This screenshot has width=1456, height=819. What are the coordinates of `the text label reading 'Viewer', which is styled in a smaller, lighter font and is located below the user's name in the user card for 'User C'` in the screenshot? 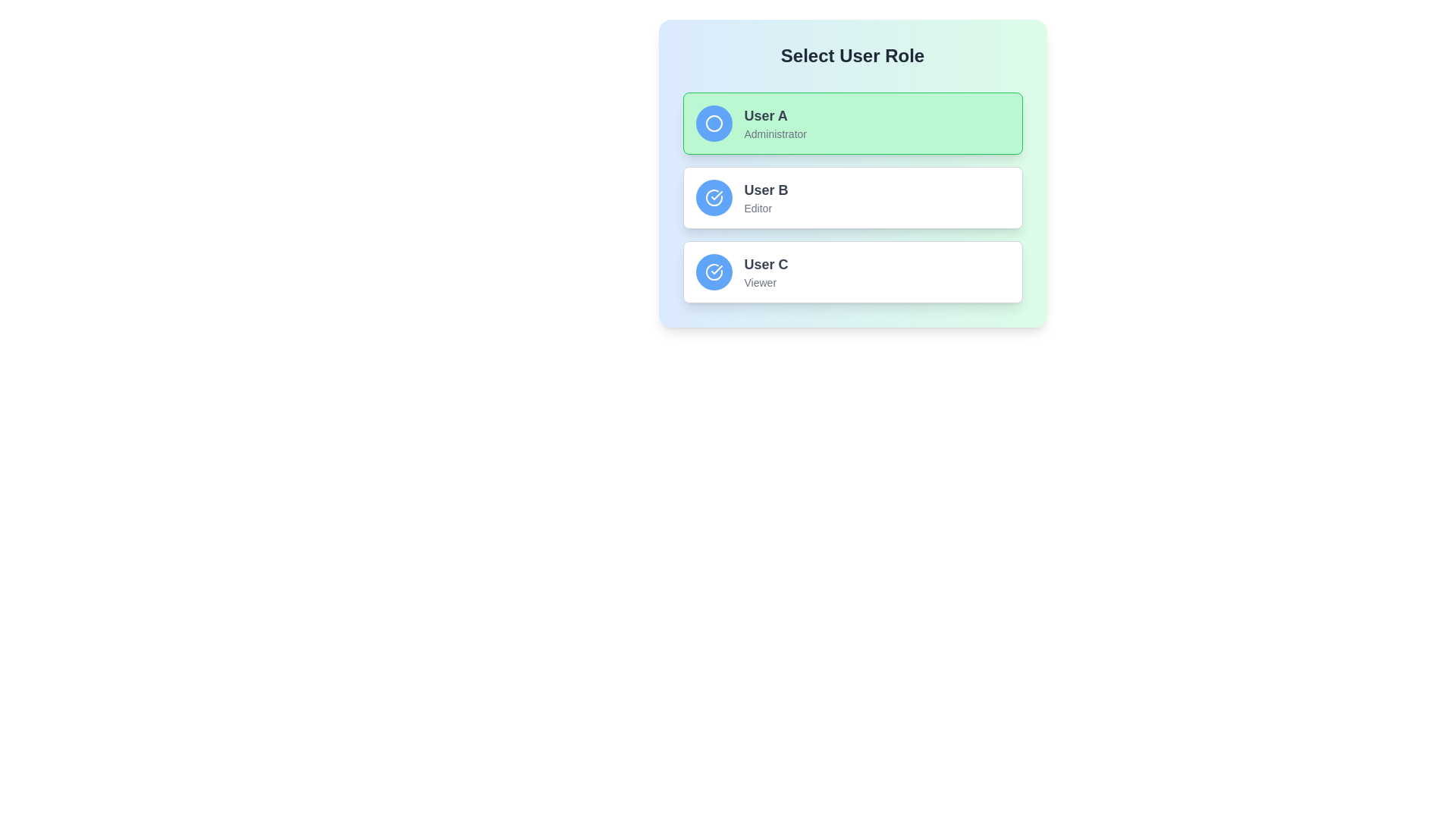 It's located at (766, 283).